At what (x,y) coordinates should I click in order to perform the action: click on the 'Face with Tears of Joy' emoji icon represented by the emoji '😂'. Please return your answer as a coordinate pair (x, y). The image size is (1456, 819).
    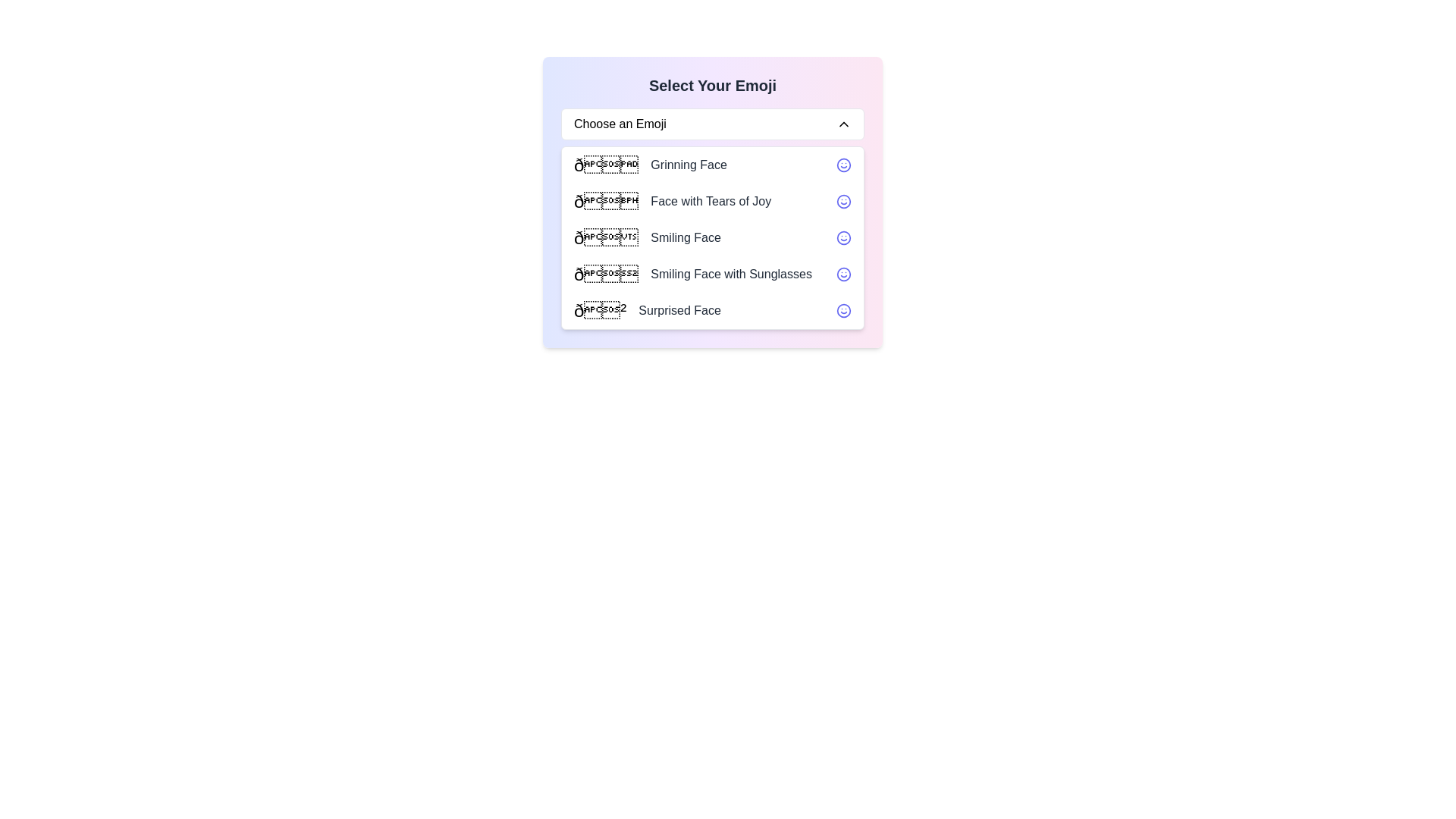
    Looking at the image, I should click on (605, 201).